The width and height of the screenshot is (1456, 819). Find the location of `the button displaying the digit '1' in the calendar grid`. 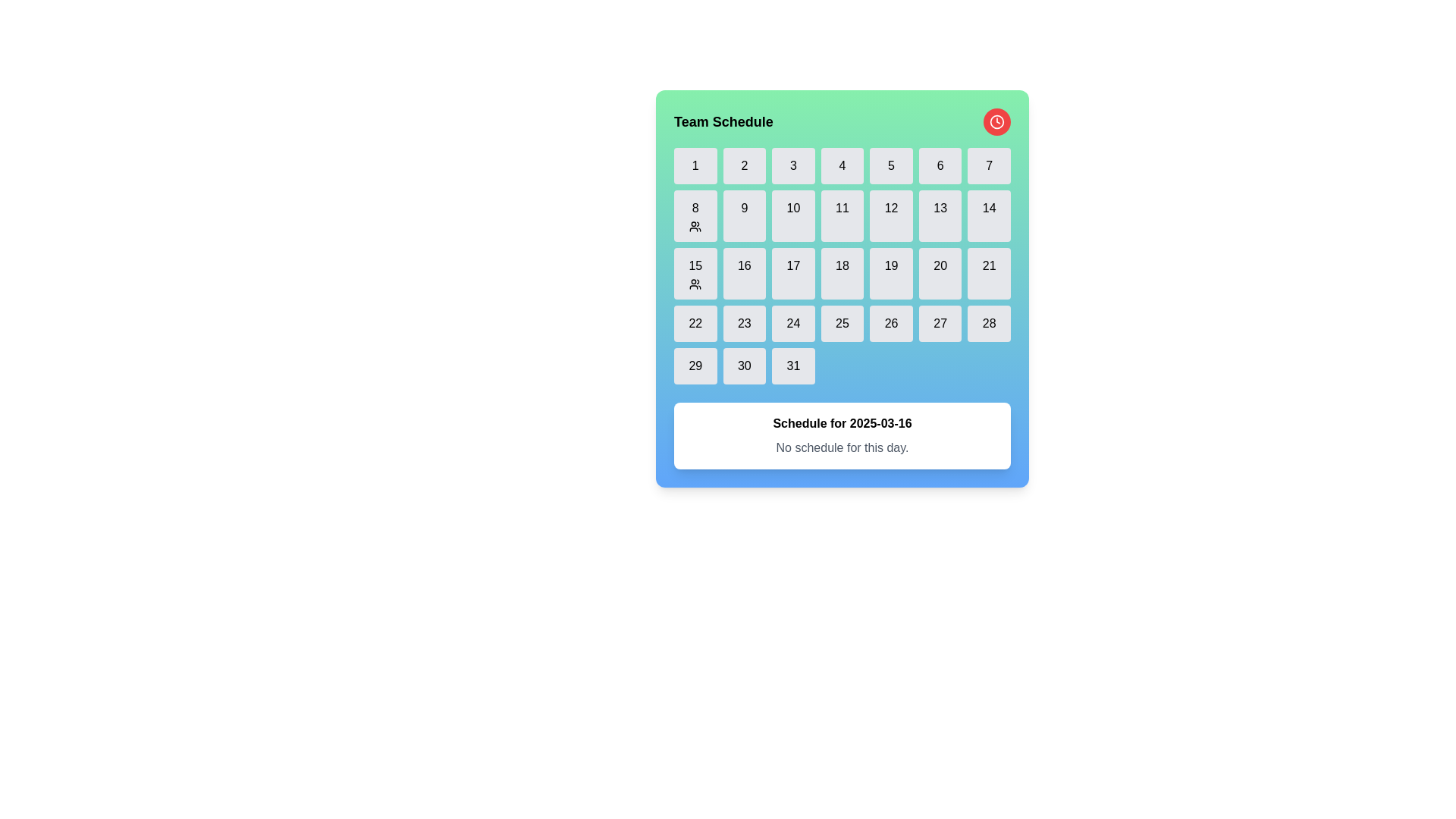

the button displaying the digit '1' in the calendar grid is located at coordinates (695, 166).